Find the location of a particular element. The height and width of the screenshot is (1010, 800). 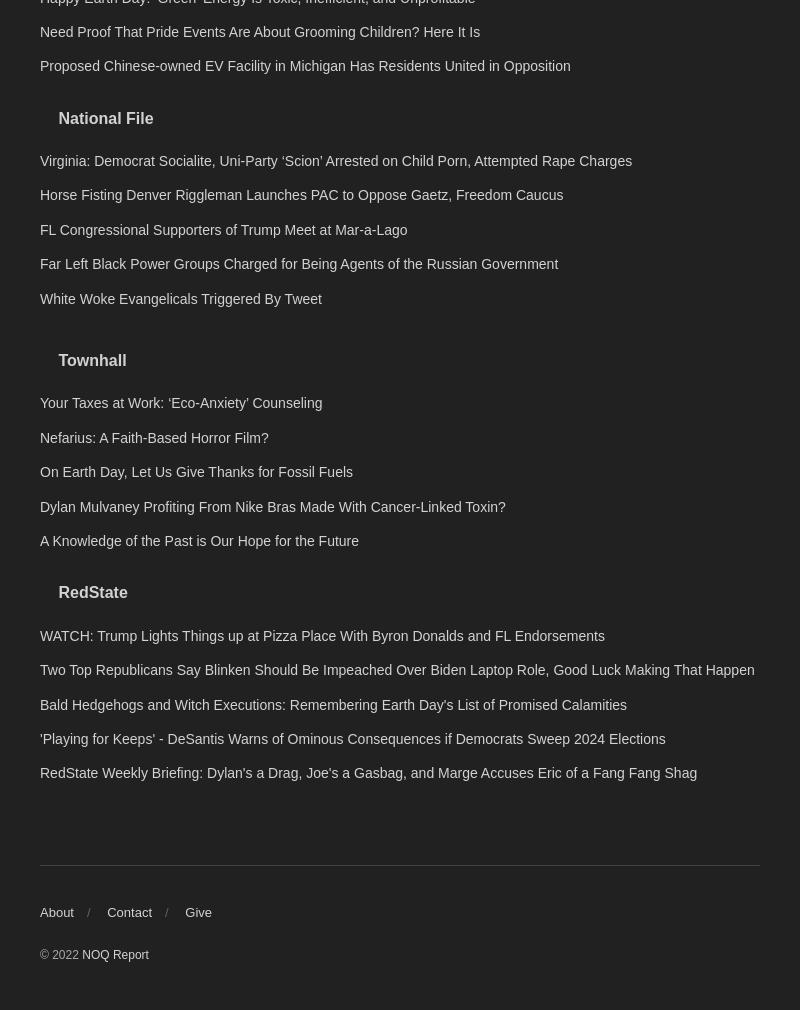

'Far Left Black Power Groups Charged for Being Agents of the Russian Government' is located at coordinates (39, 542).